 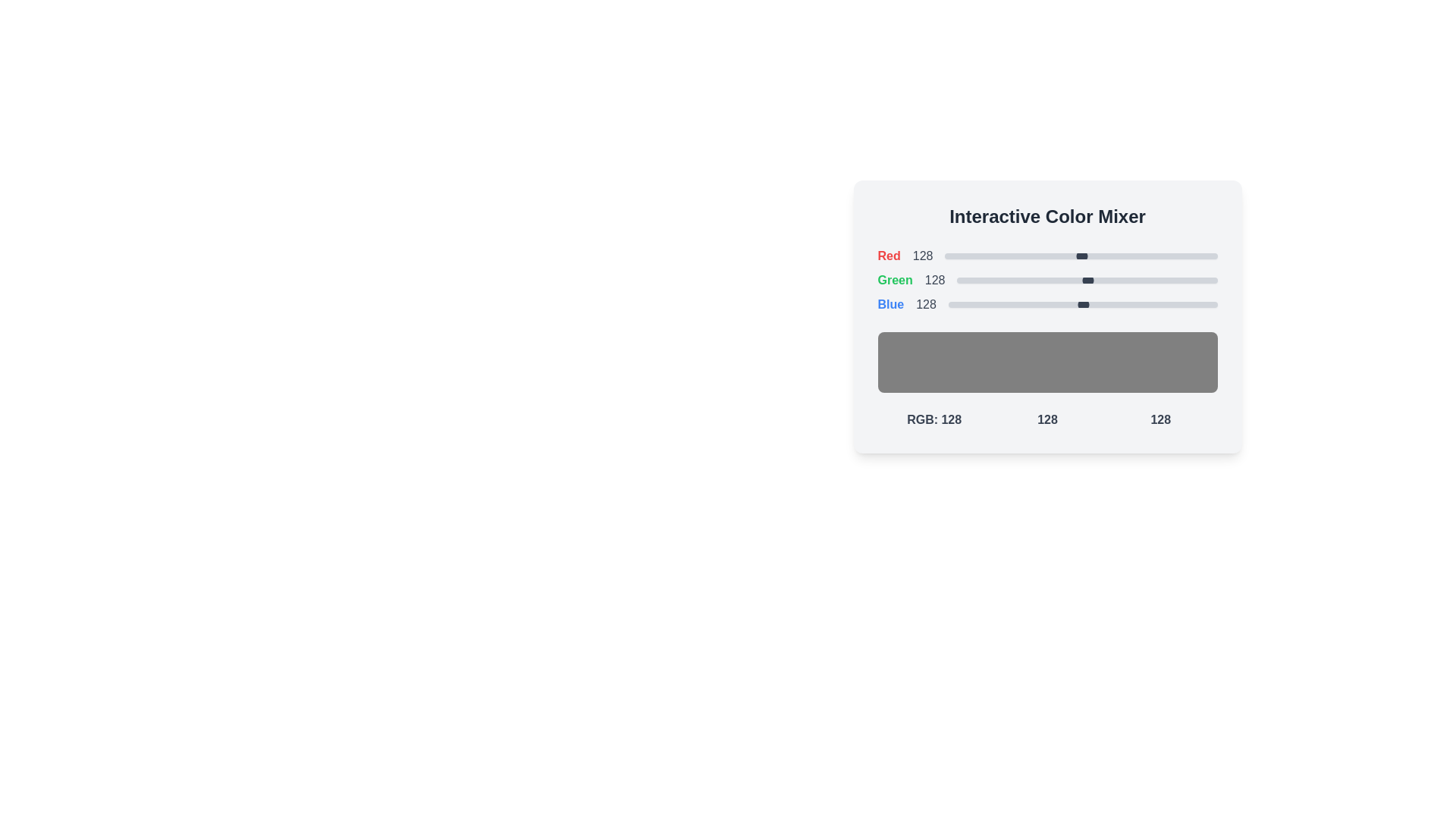 What do you see at coordinates (1011, 281) in the screenshot?
I see `the green color intensity` at bounding box center [1011, 281].